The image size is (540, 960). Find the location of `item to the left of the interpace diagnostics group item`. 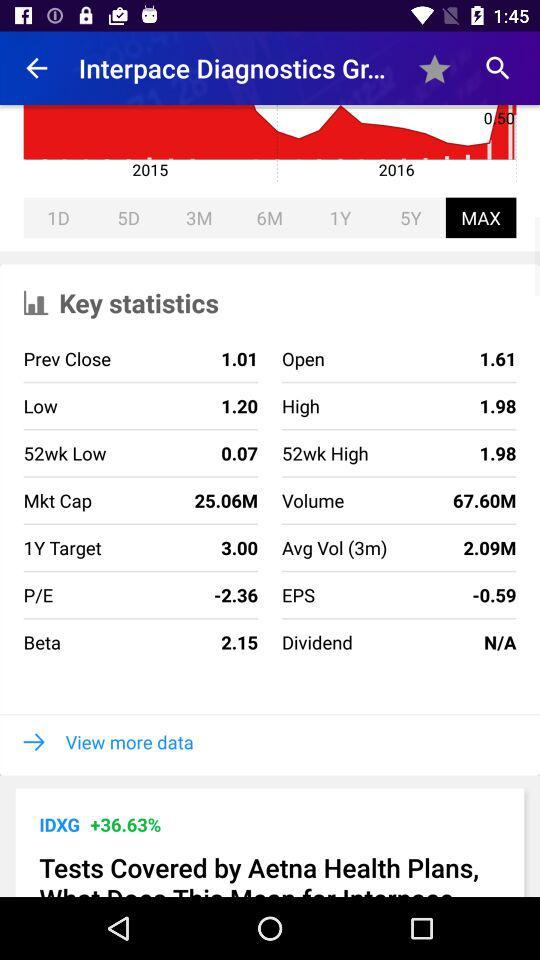

item to the left of the interpace diagnostics group item is located at coordinates (36, 68).